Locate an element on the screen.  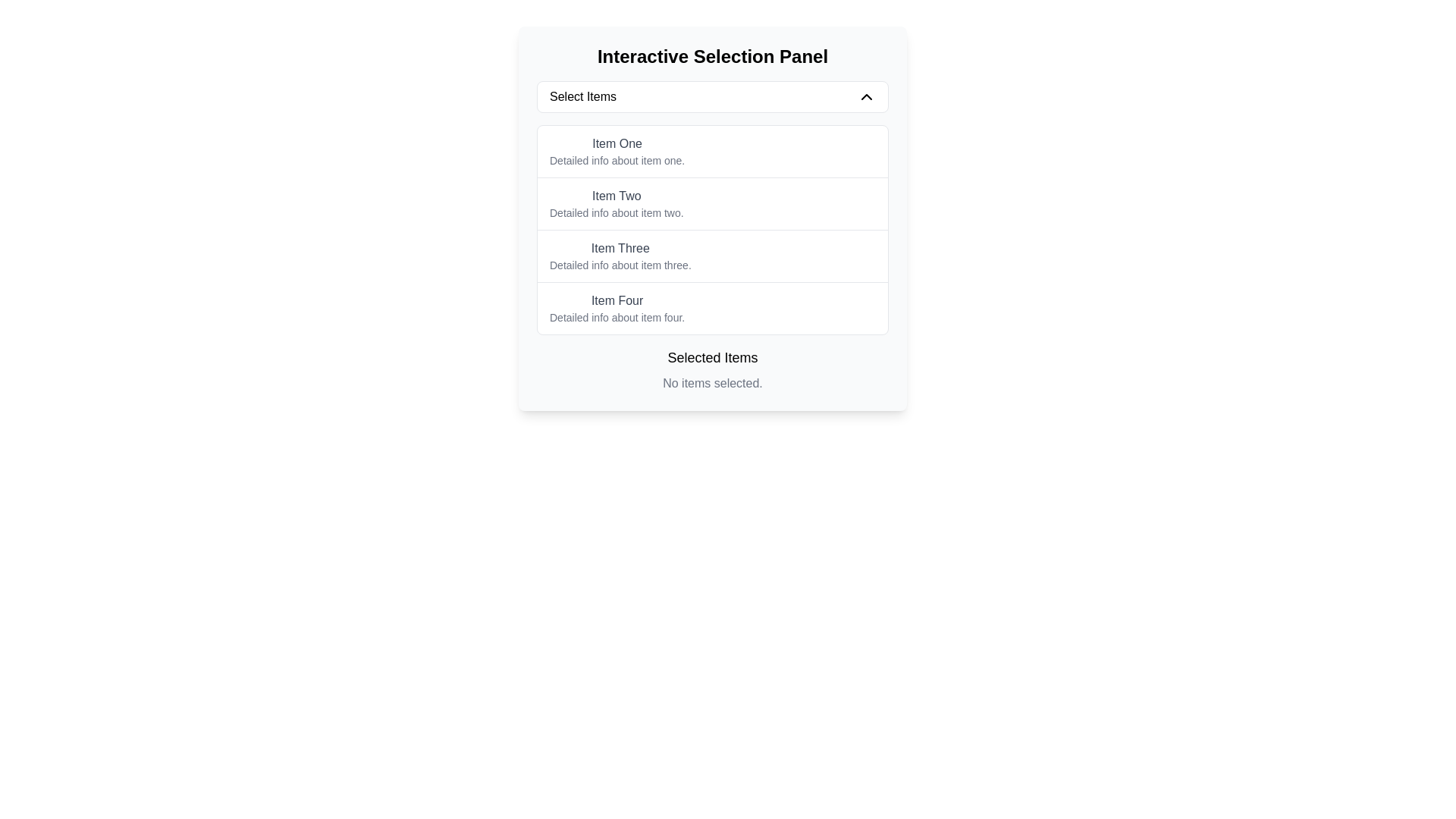
on the fourth row list item labeled 'Item Four' within the 'Interactive Selection Panel' is located at coordinates (712, 307).